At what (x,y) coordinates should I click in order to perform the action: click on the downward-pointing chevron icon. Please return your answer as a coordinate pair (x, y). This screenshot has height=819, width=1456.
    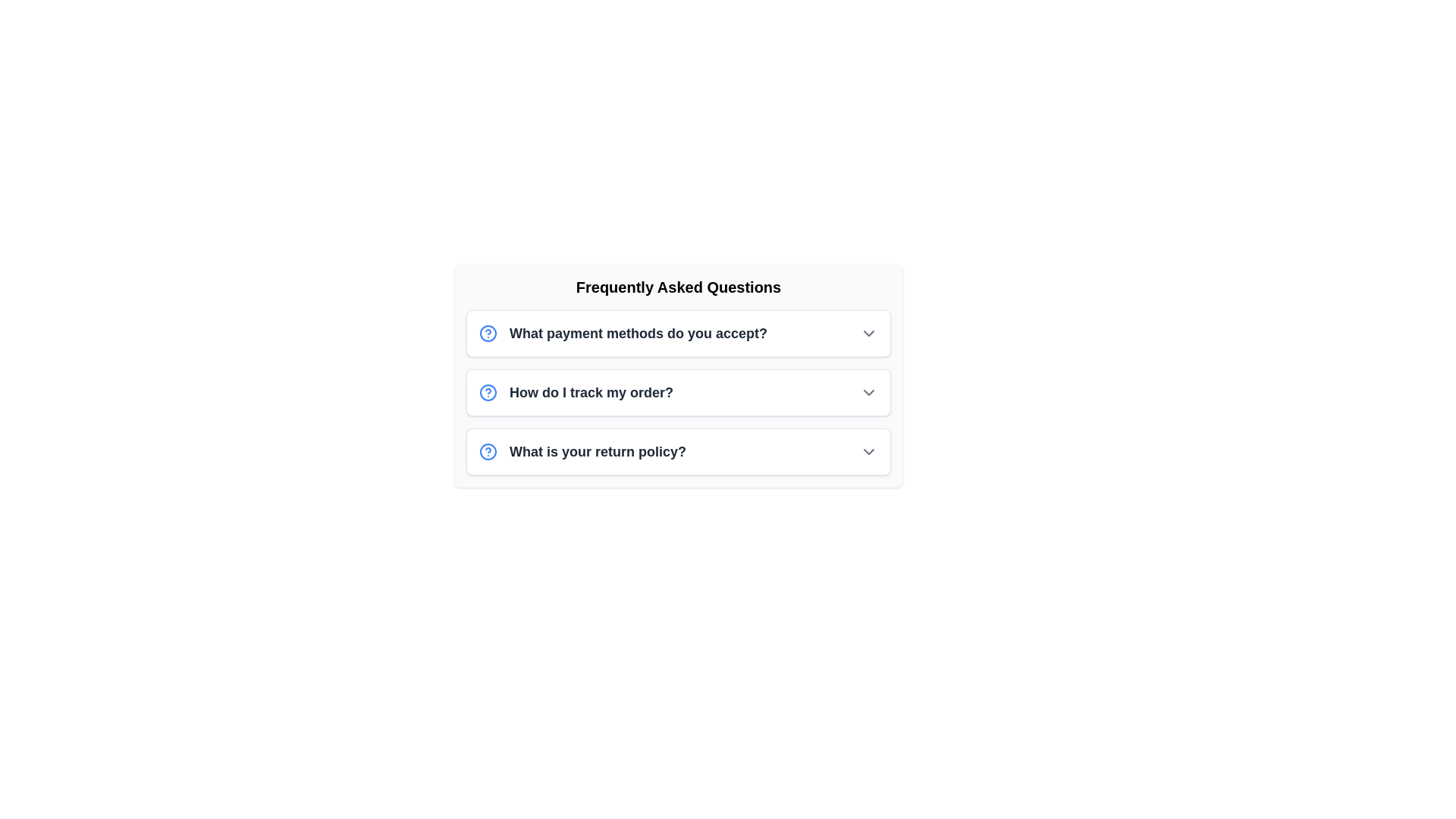
    Looking at the image, I should click on (869, 391).